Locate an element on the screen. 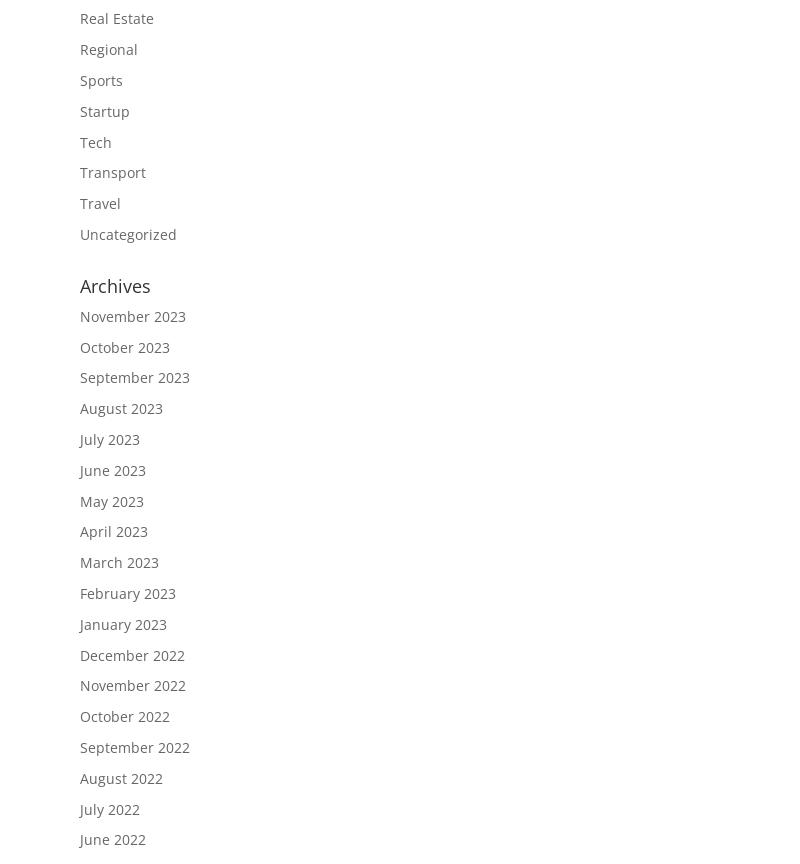 The height and width of the screenshot is (864, 800). 'March 2023' is located at coordinates (80, 561).